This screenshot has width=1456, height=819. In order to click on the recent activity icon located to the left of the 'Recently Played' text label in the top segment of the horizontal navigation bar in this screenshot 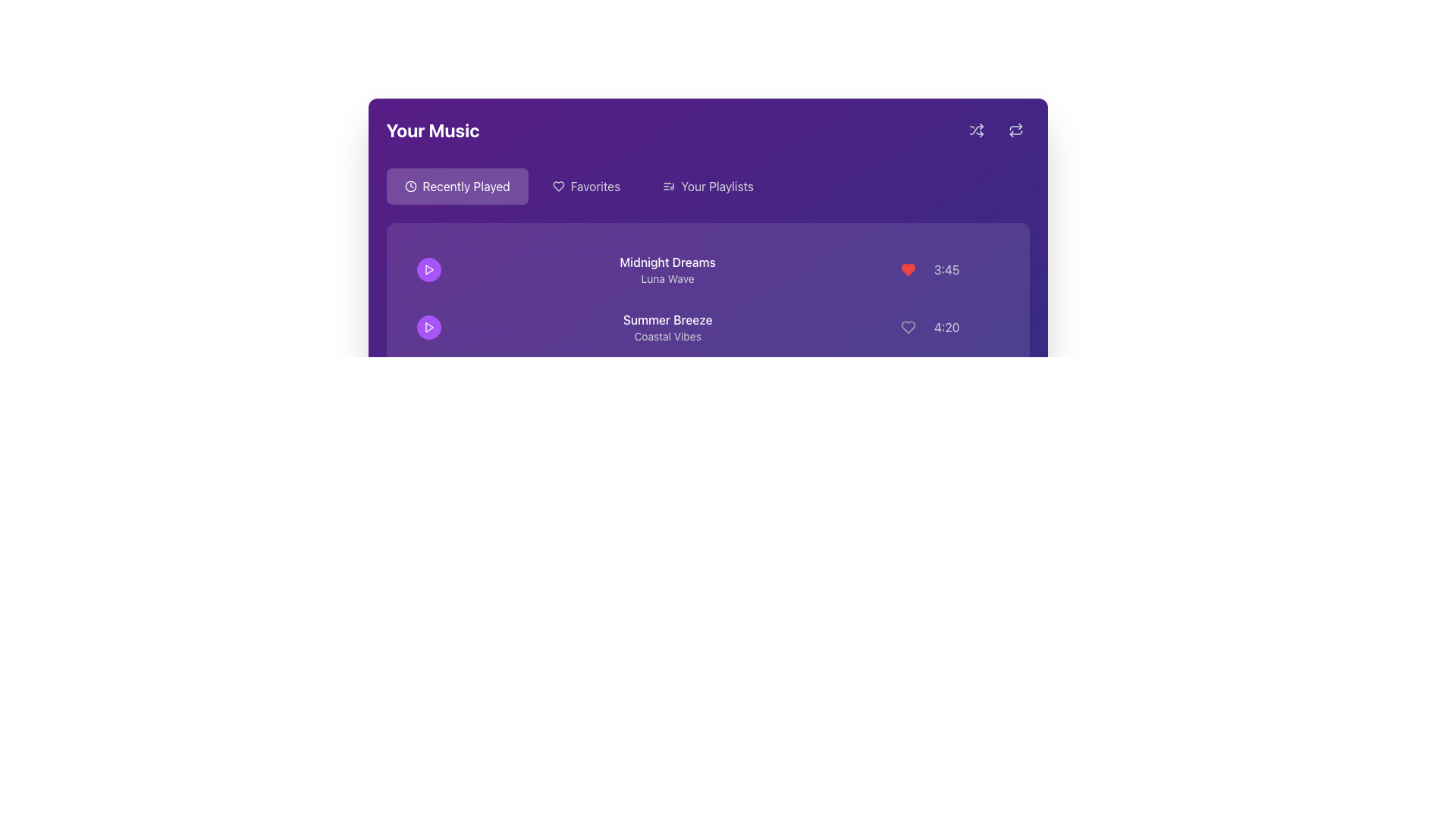, I will do `click(410, 186)`.